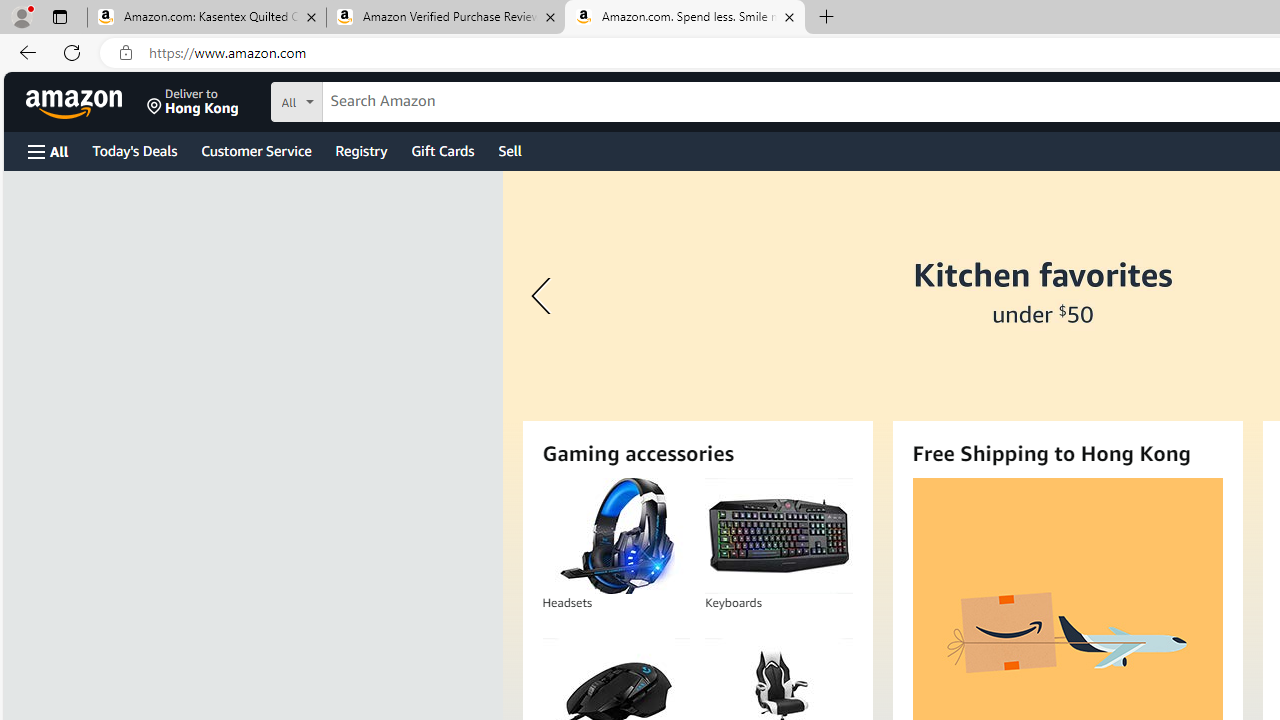  What do you see at coordinates (615, 535) in the screenshot?
I see `'Headsets'` at bounding box center [615, 535].